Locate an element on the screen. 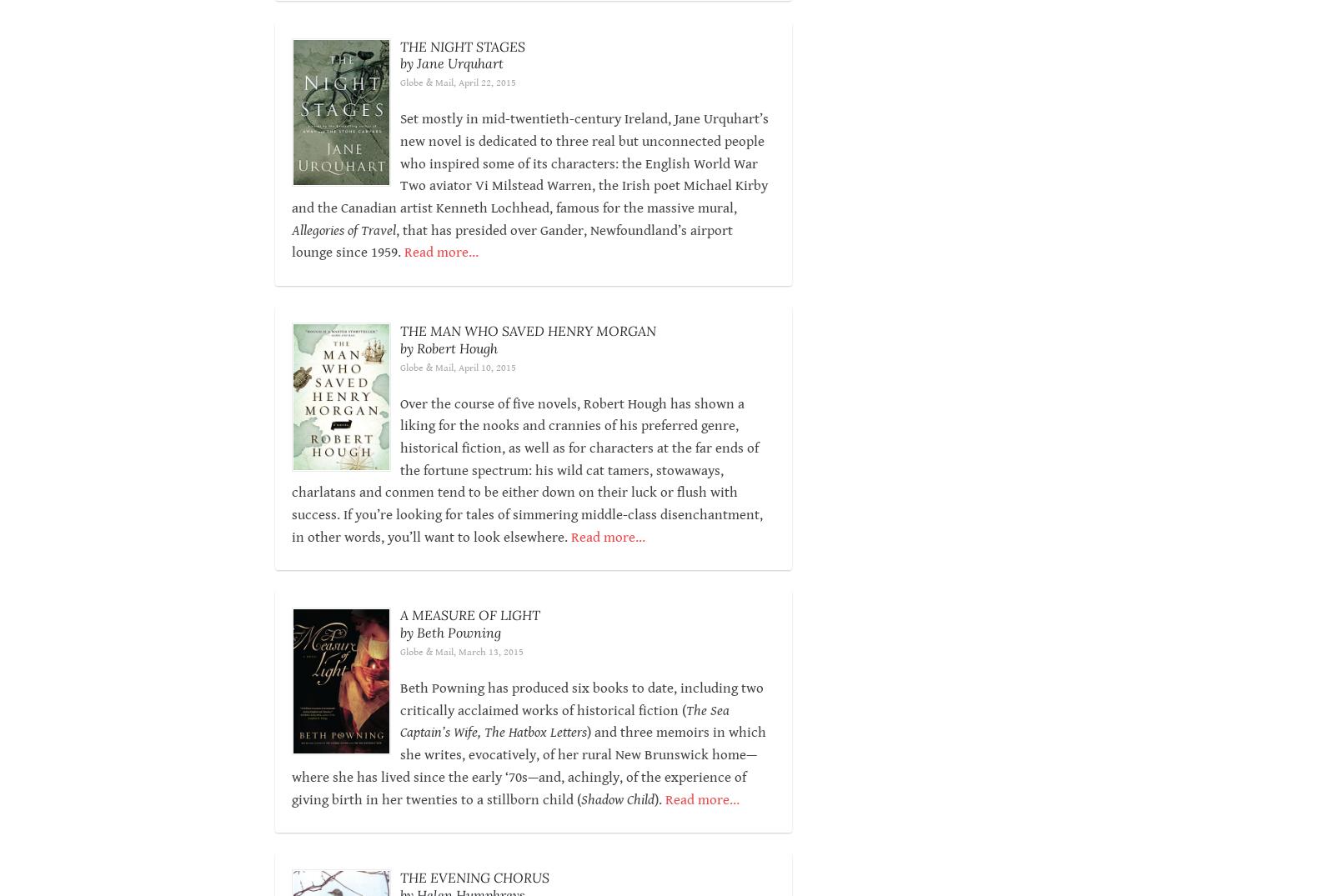 Image resolution: width=1334 pixels, height=896 pixels. ') and three memoirs in which she writes, evocatively, of her rural New Brunswick home—where she has lived since the early ‘70s—and, achingly, of the experience of giving birth in her twenties to a stillborn child (' is located at coordinates (528, 765).